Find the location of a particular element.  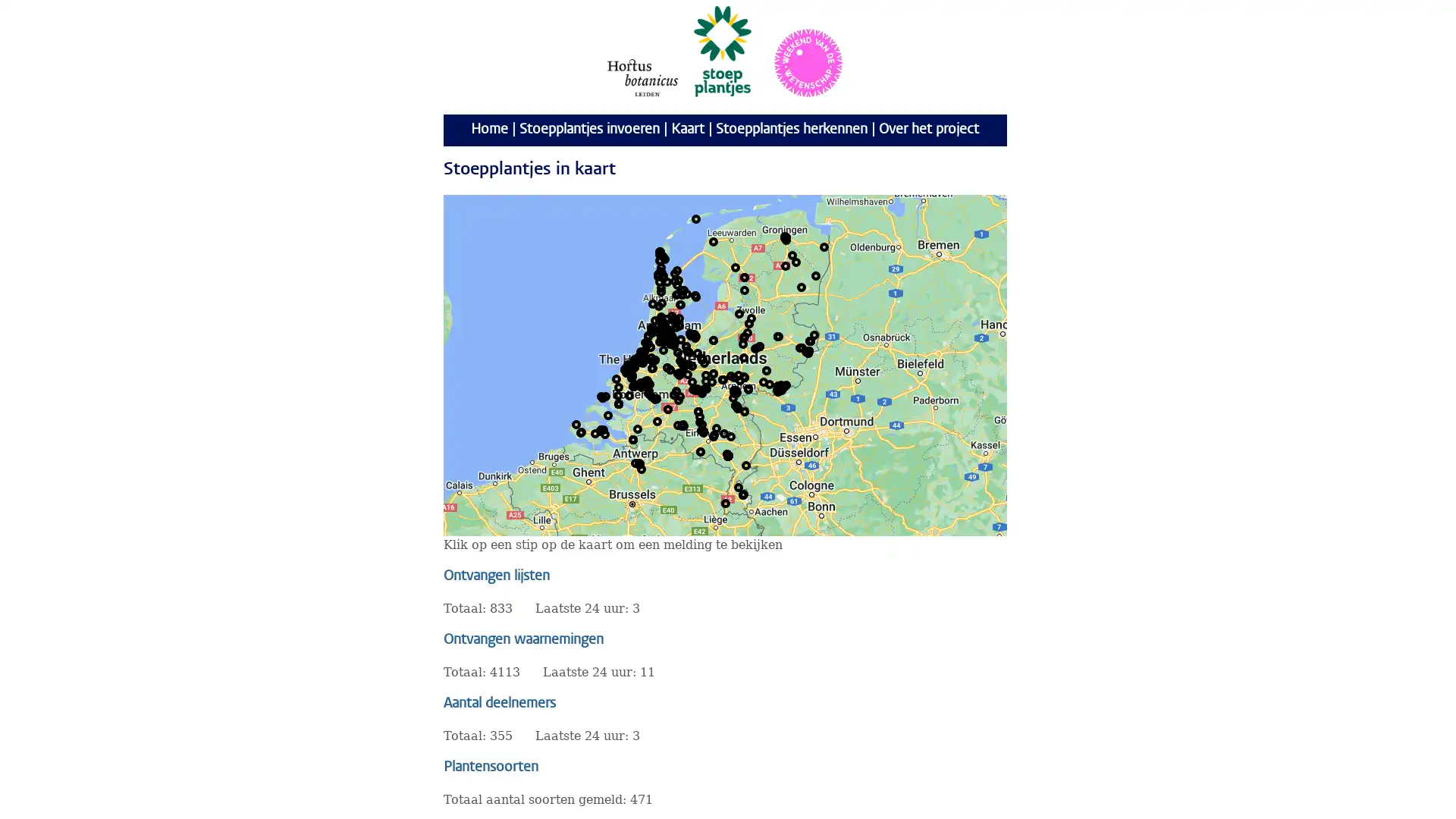

Telling van Club W op 12 maart 2022 is located at coordinates (641, 357).